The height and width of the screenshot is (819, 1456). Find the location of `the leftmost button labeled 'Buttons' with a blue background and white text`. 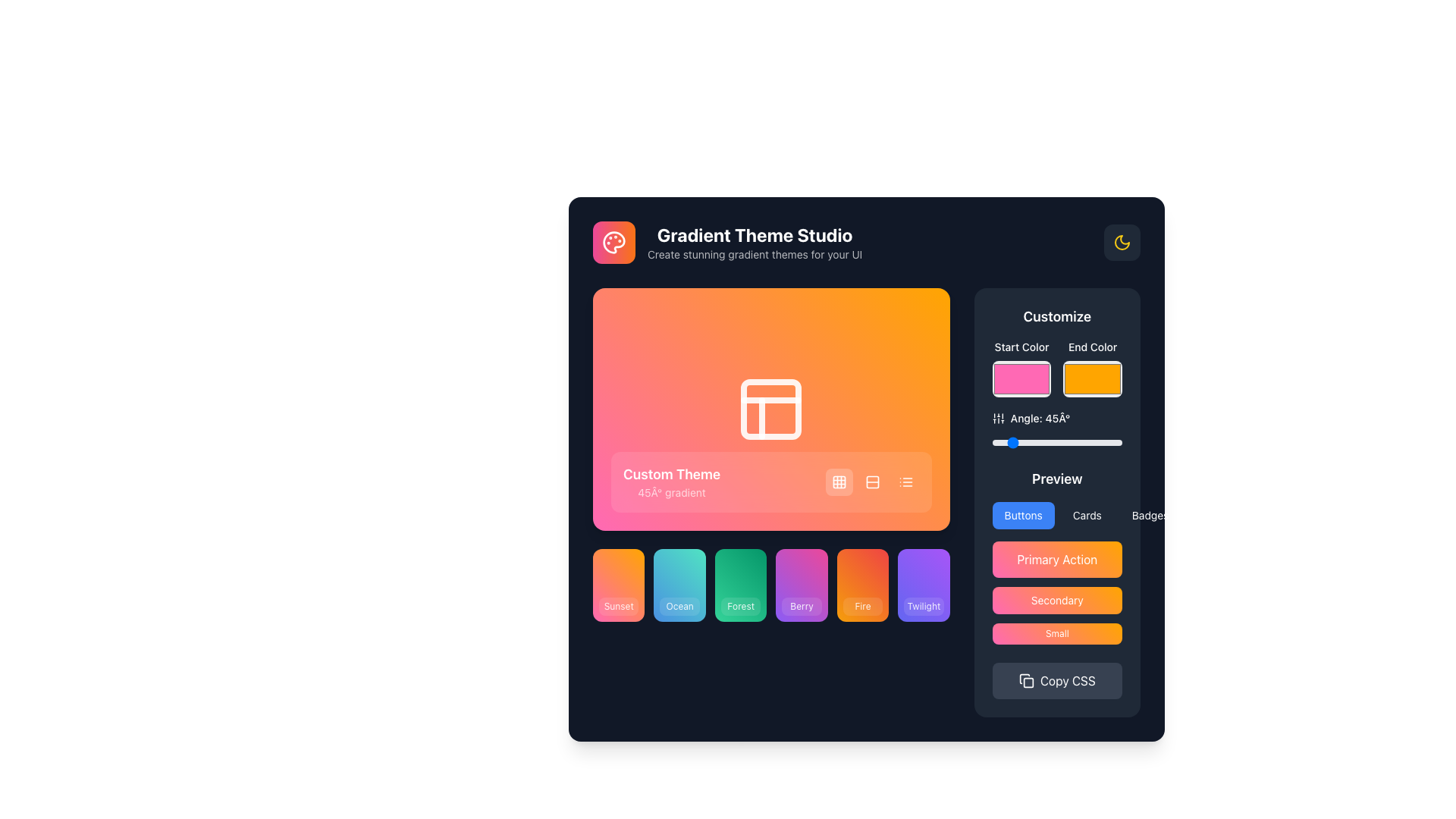

the leftmost button labeled 'Buttons' with a blue background and white text is located at coordinates (1023, 514).